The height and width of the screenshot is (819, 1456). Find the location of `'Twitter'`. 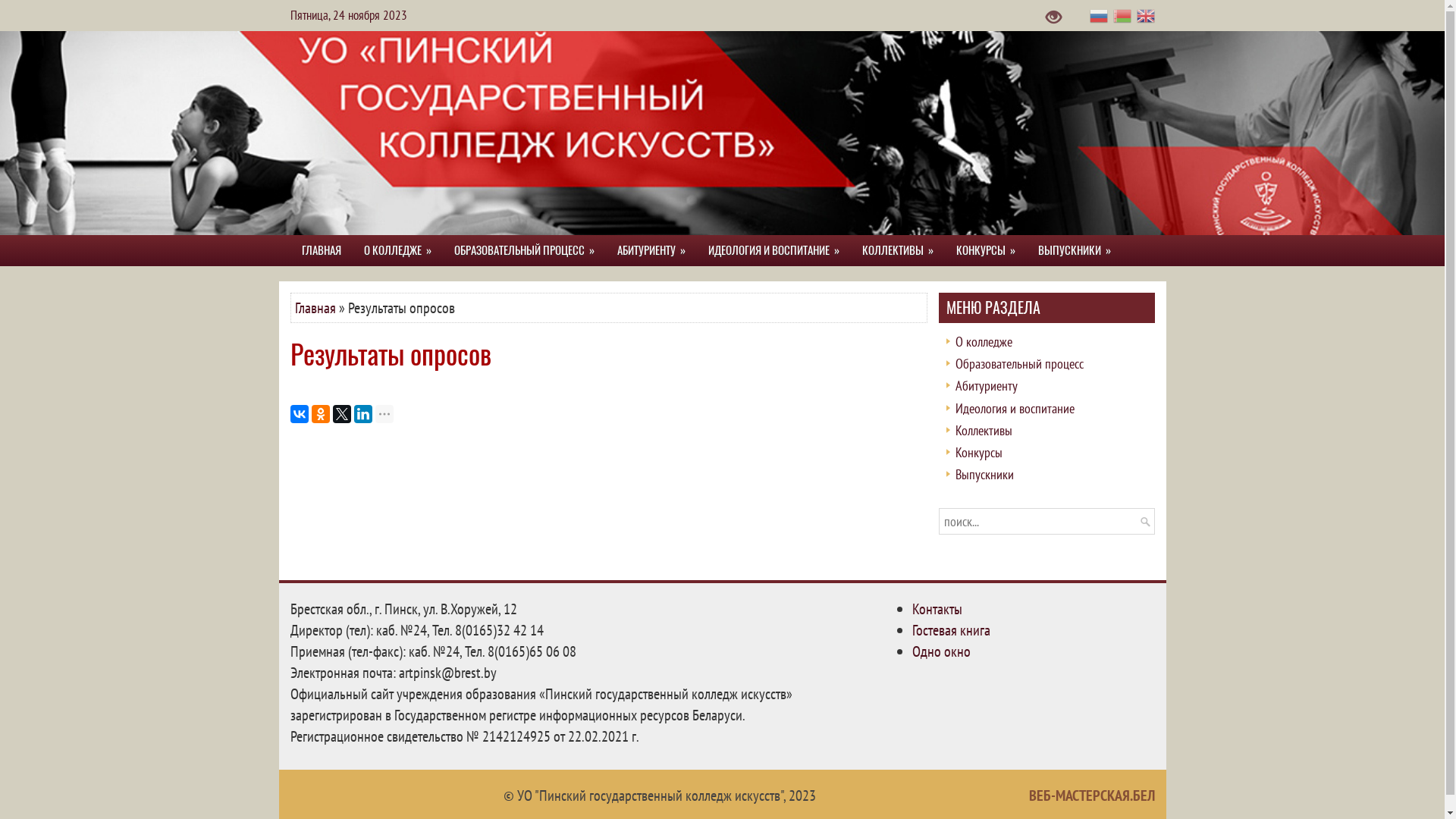

'Twitter' is located at coordinates (331, 414).